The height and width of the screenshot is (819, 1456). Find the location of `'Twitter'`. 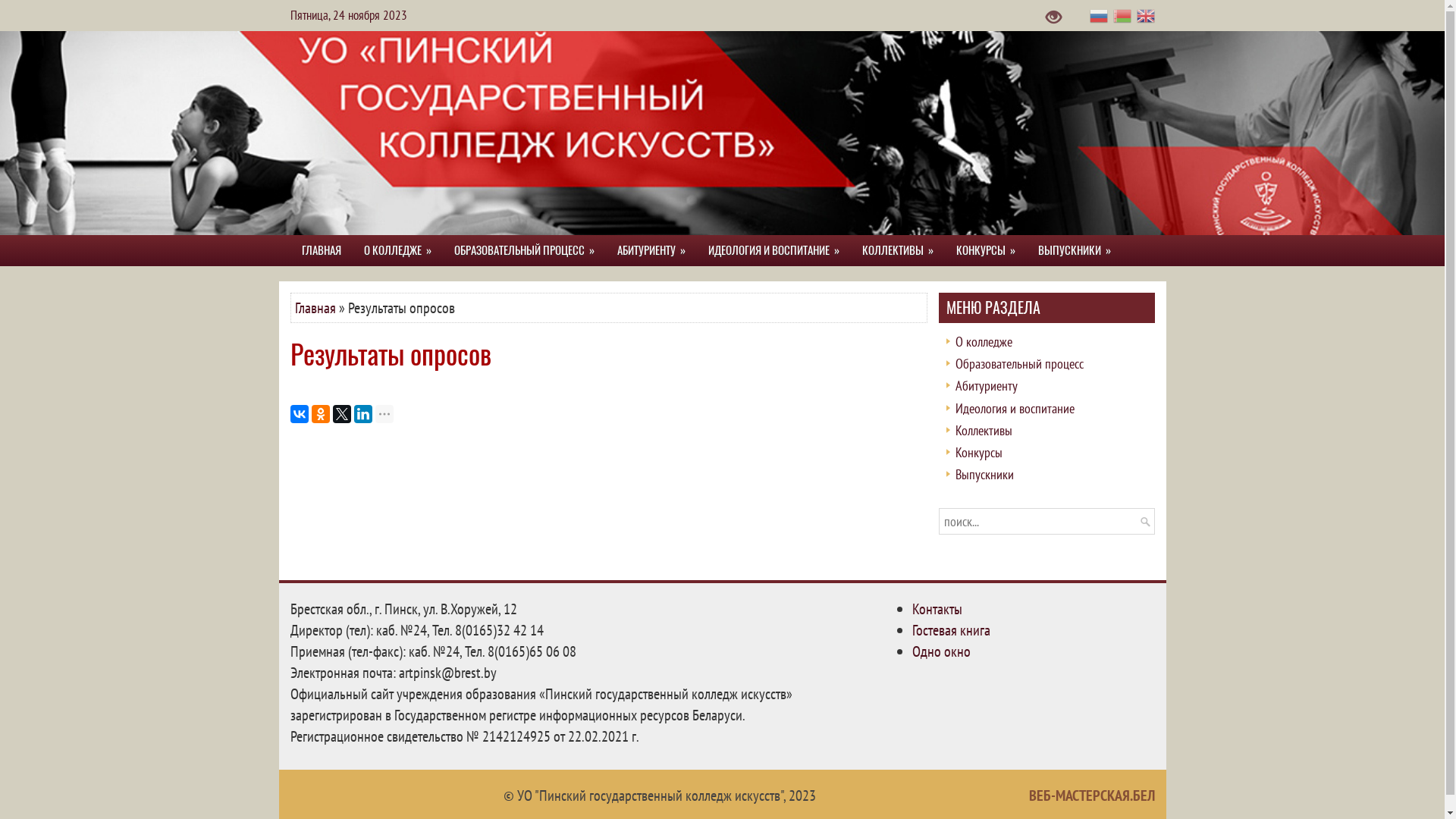

'Twitter' is located at coordinates (331, 414).